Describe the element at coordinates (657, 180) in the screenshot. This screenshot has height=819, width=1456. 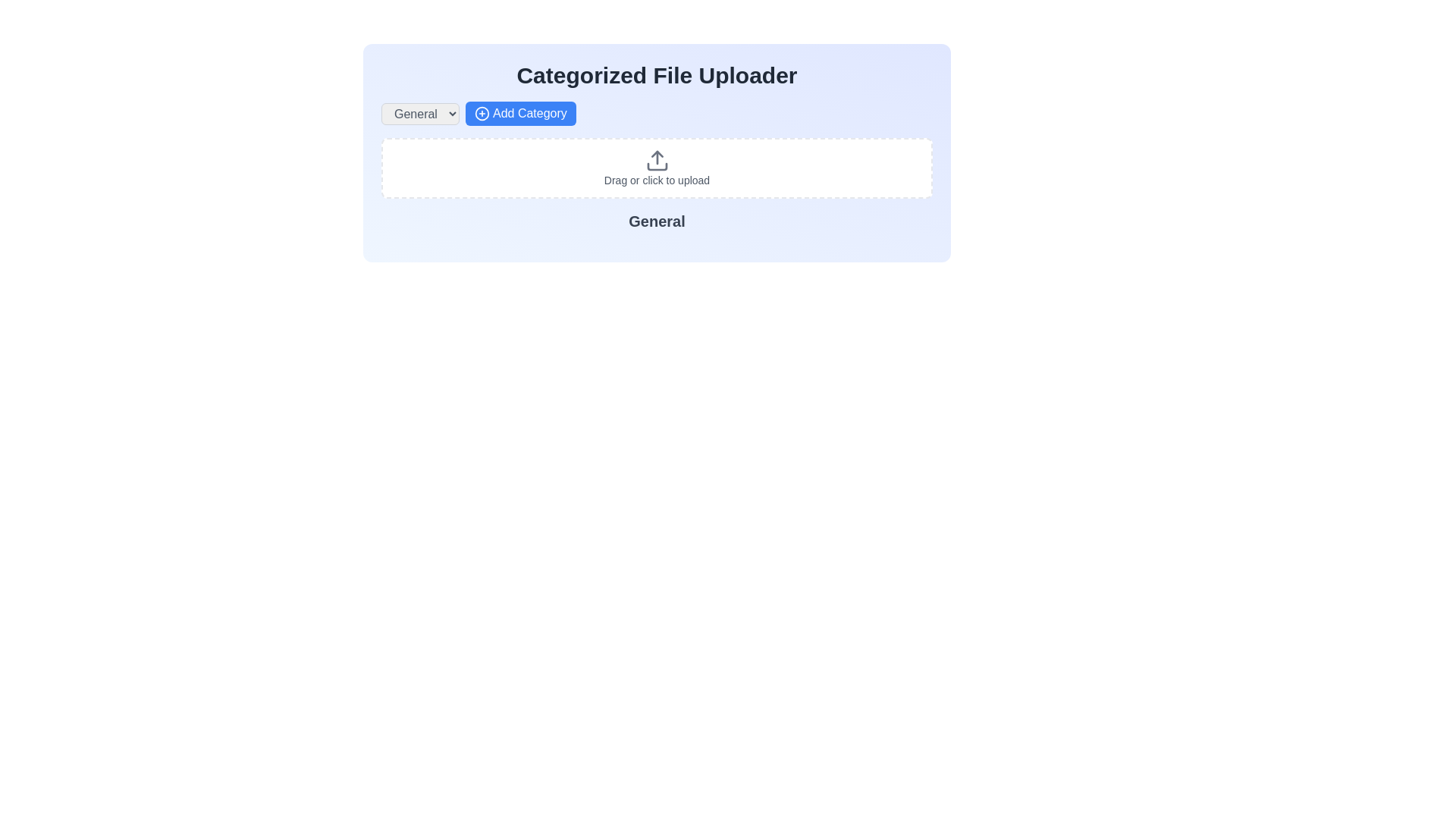
I see `the text label that provides instructions about the upload functionality, which is located within a bordered, dashed box in the center of the UI` at that location.